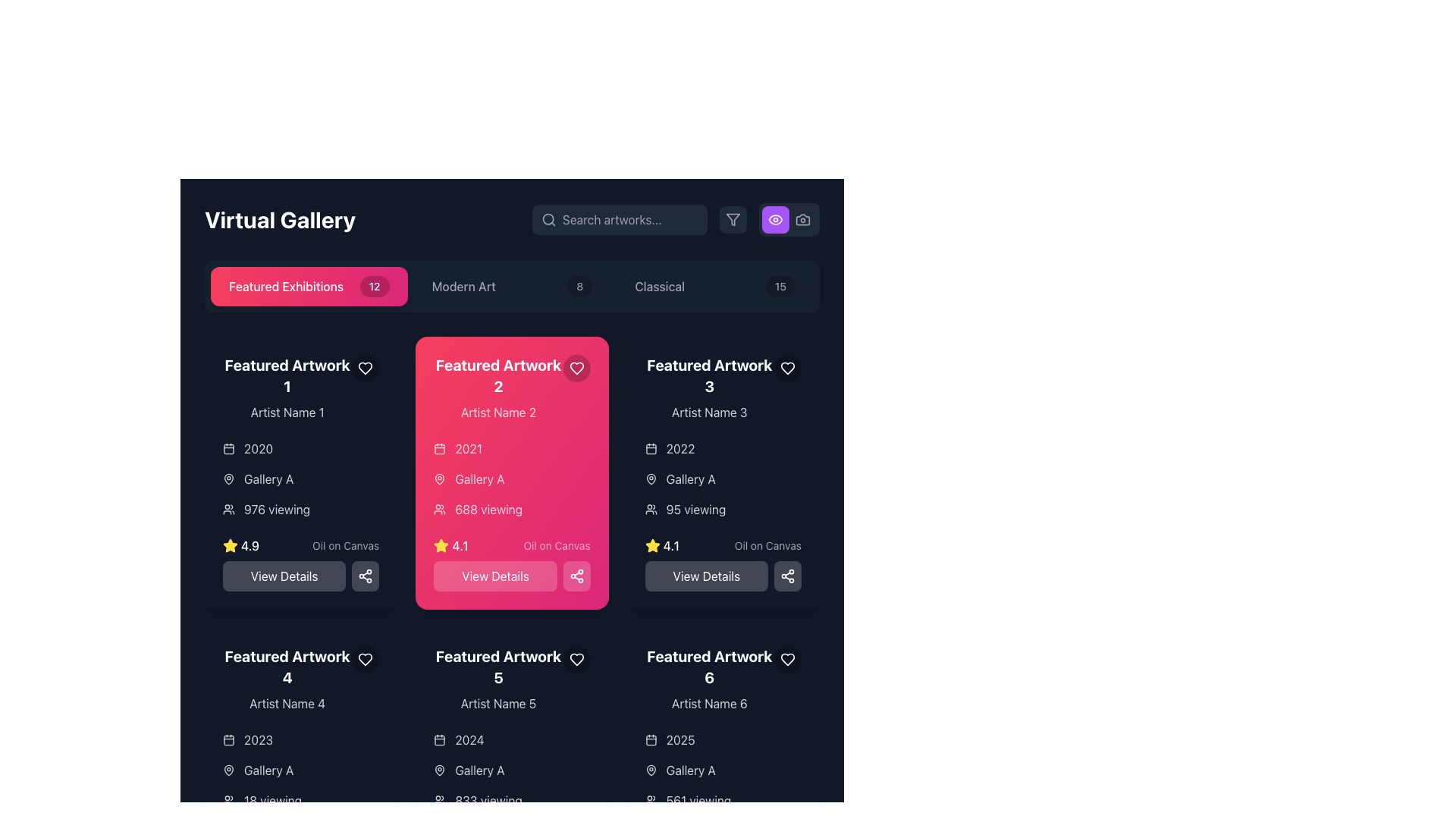 This screenshot has width=1456, height=819. Describe the element at coordinates (366, 369) in the screenshot. I see `the circular button with a black background and a white heart icon located in the 'Featured Artwork 1' section` at that location.